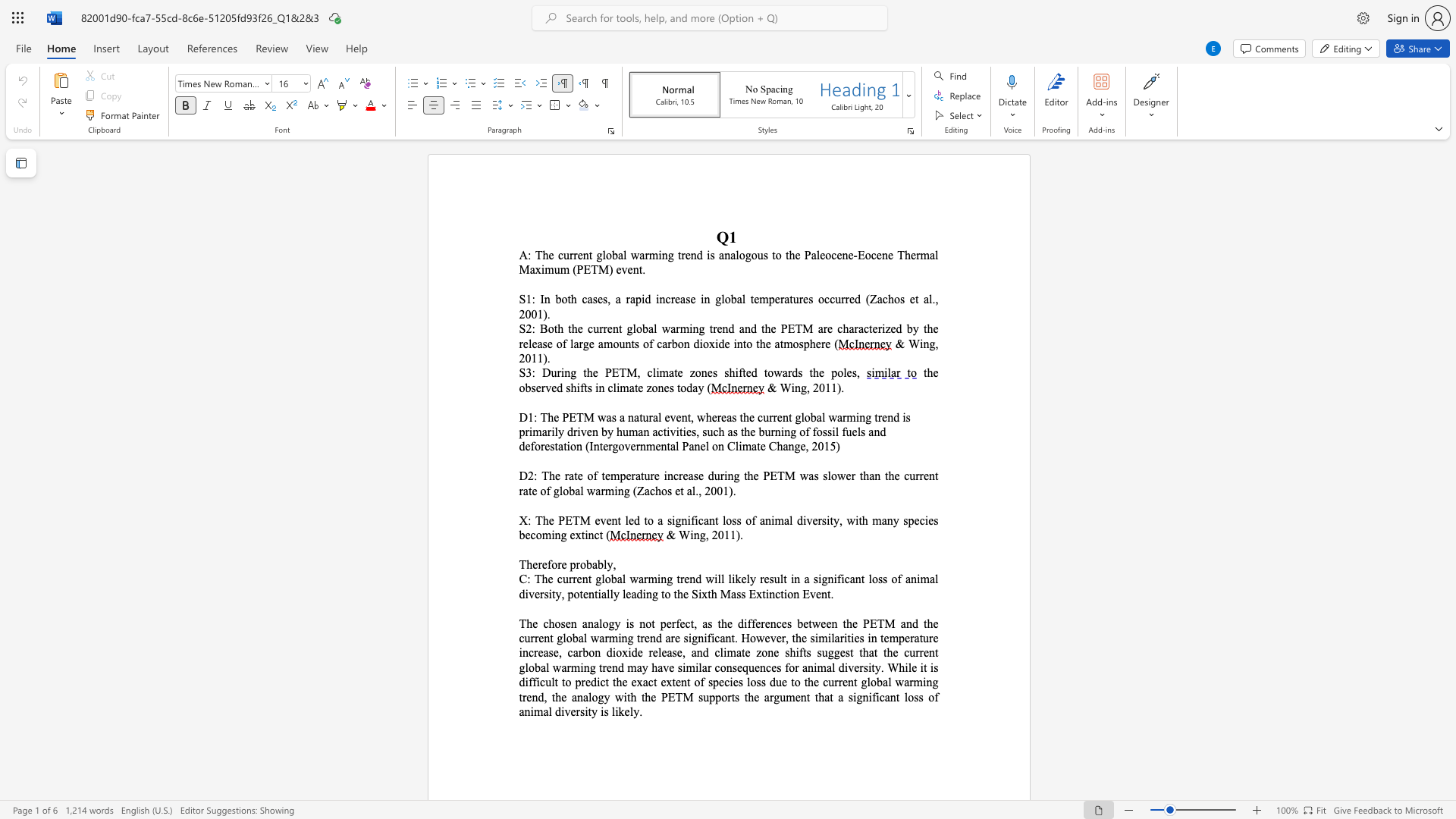 Image resolution: width=1456 pixels, height=819 pixels. I want to click on the subset text "d a" within the text "The chosen analogy is not perfect, as the differences between the PETM and the current global warming trend are", so click(655, 638).